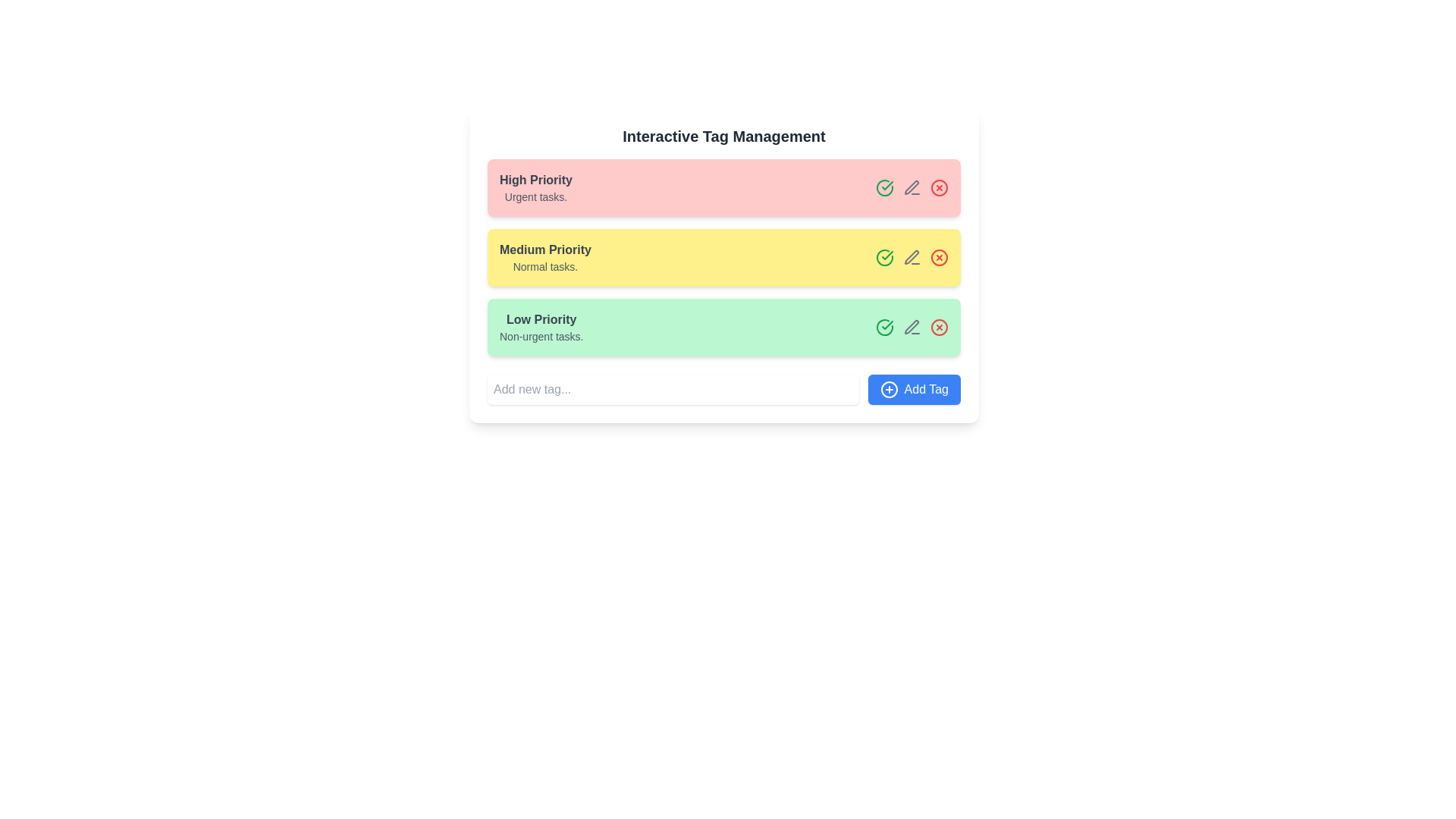 This screenshot has width=1456, height=819. Describe the element at coordinates (723, 187) in the screenshot. I see `the first card in the list that represents a high-priority task category, which is located above the yellow card titled 'Medium Priority'` at that location.